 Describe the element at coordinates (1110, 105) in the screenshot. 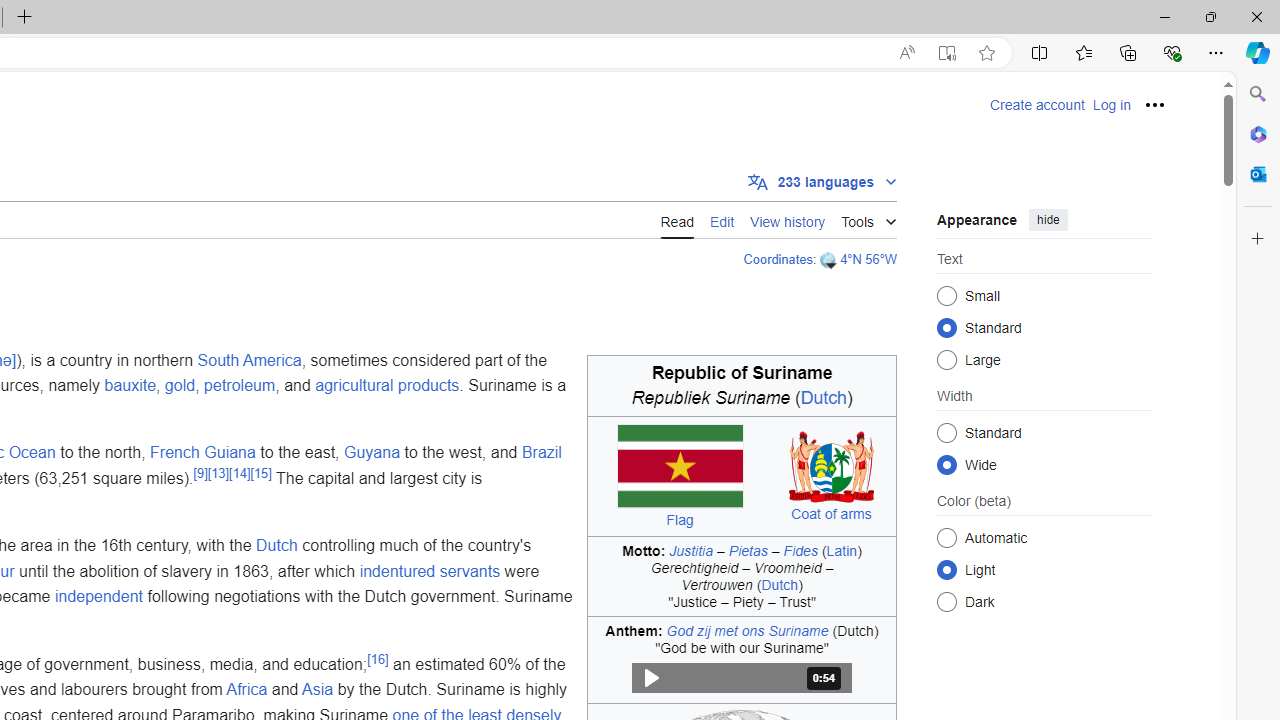

I see `'Log in'` at that location.